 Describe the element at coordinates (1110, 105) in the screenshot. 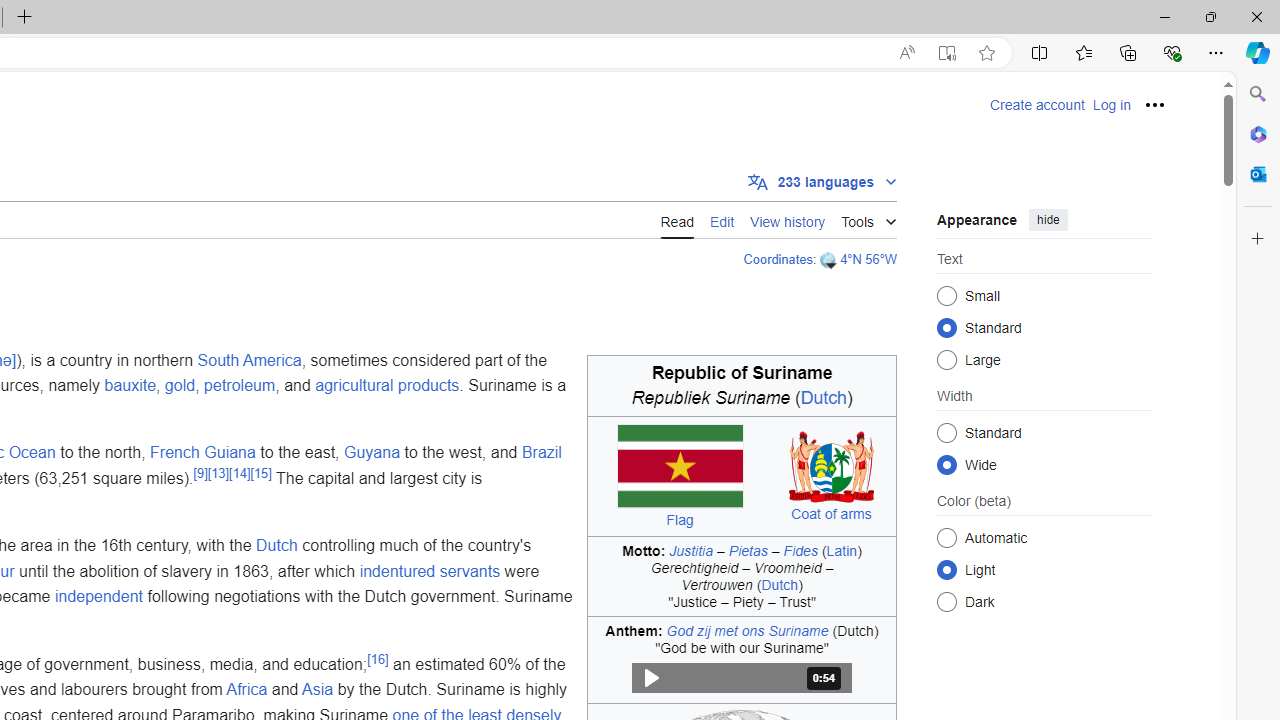

I see `'Log in'` at that location.